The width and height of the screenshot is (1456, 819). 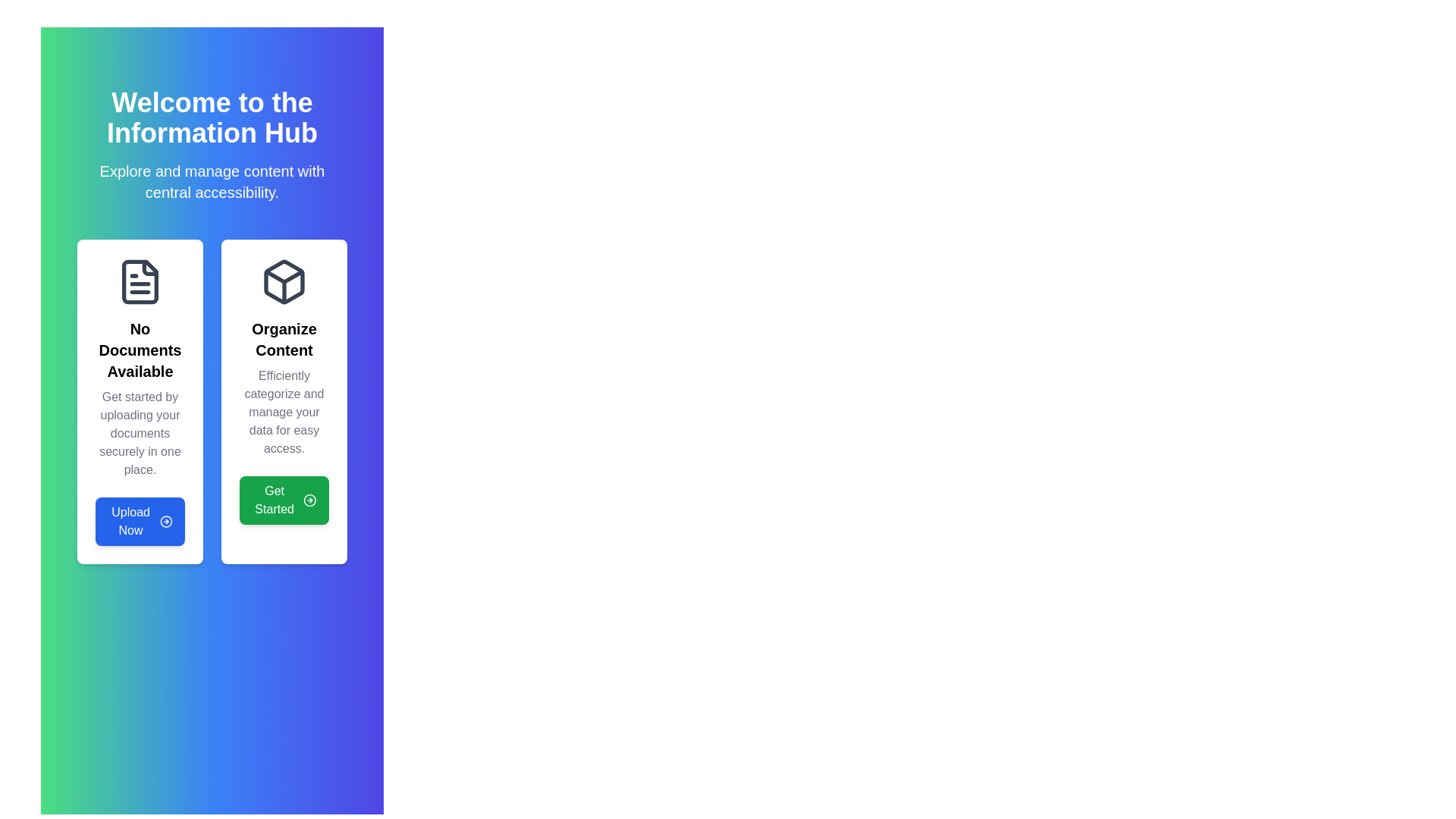 What do you see at coordinates (211, 146) in the screenshot?
I see `the text block that displays 'Welcome to the Information Hub', which is a bold and large font text centered in a gradient background` at bounding box center [211, 146].